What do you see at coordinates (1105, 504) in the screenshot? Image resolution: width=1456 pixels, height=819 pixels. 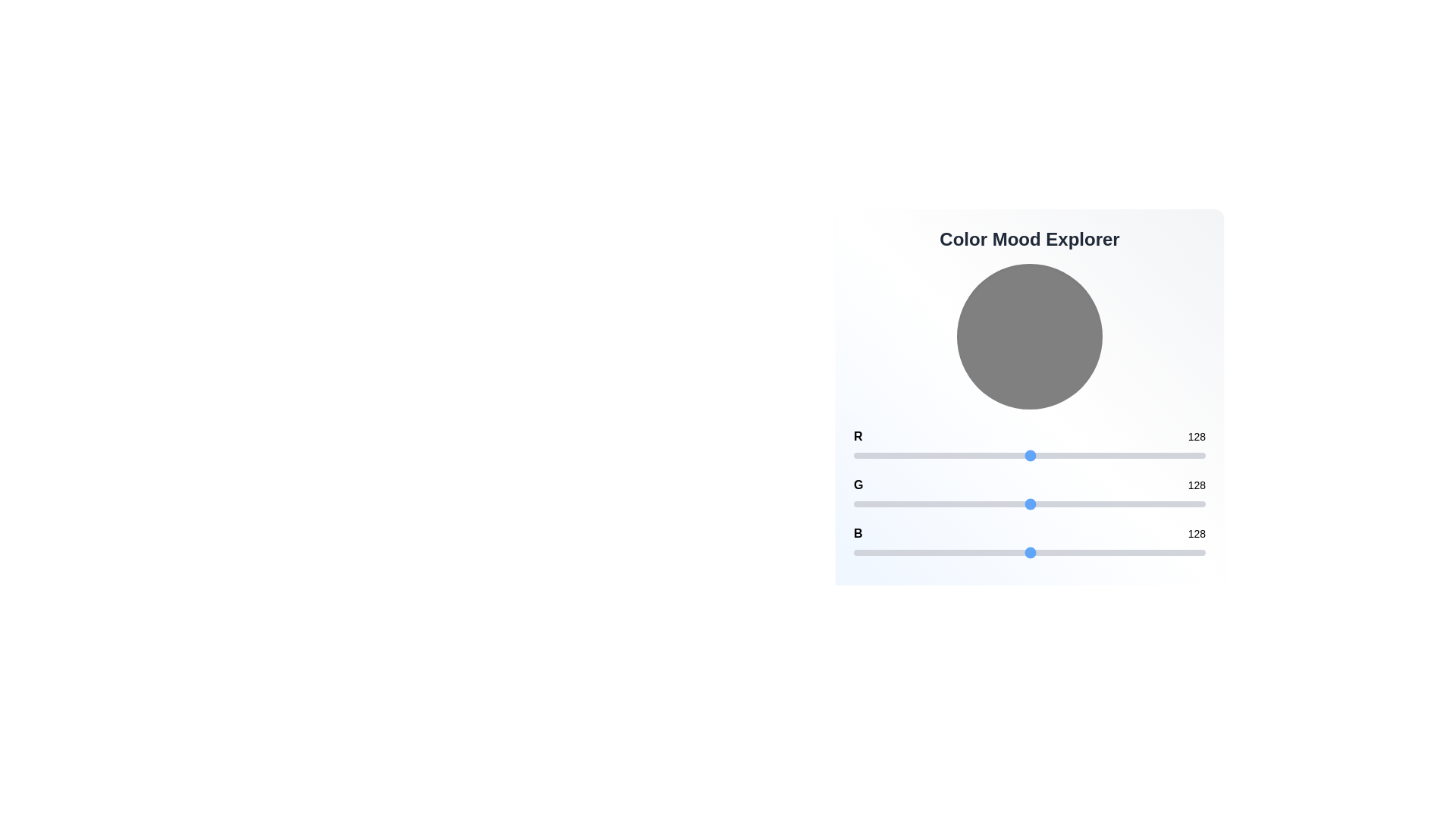 I see `the 1 slider to set its value to 182` at bounding box center [1105, 504].